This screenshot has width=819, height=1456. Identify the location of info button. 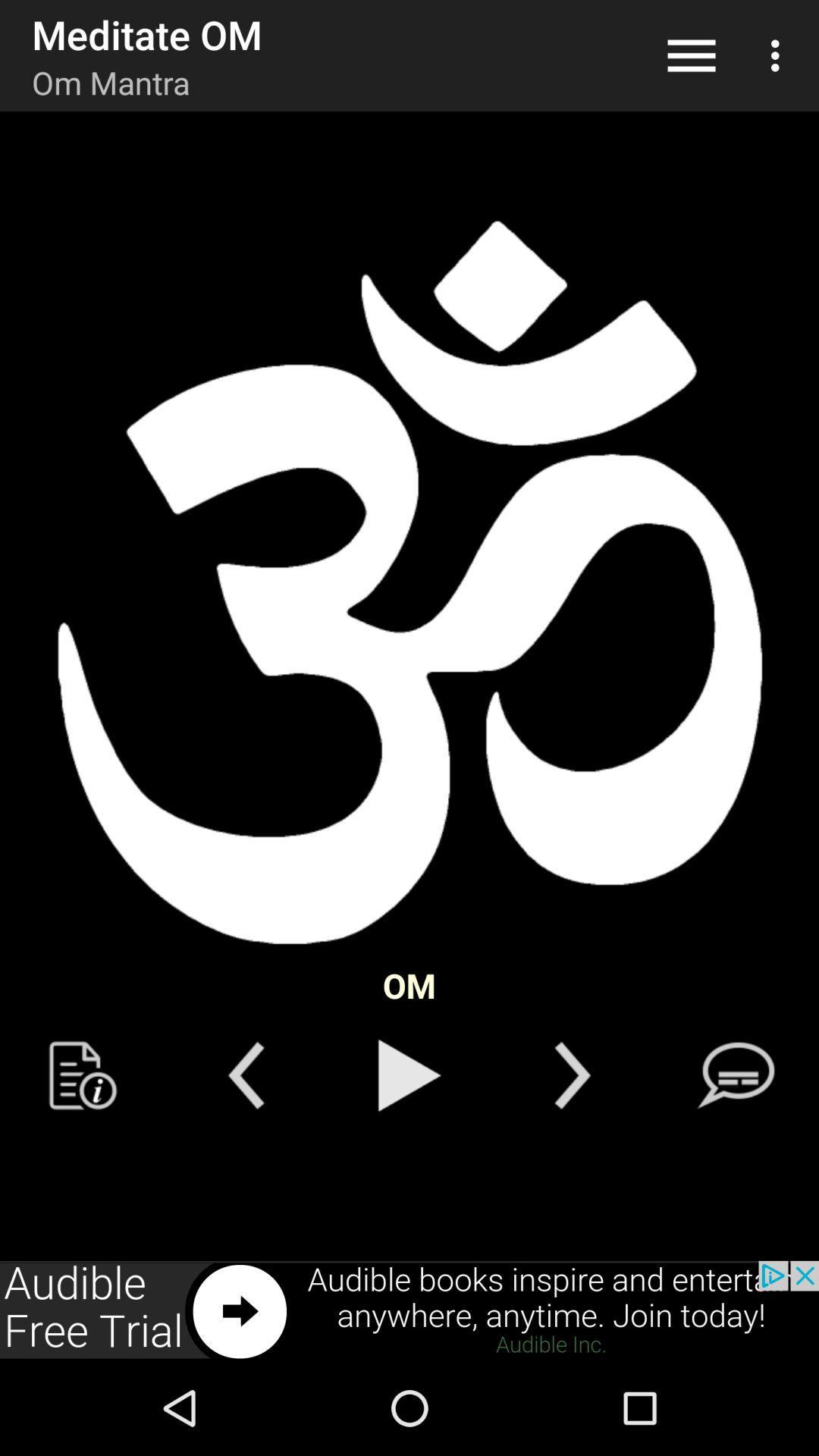
(83, 1075).